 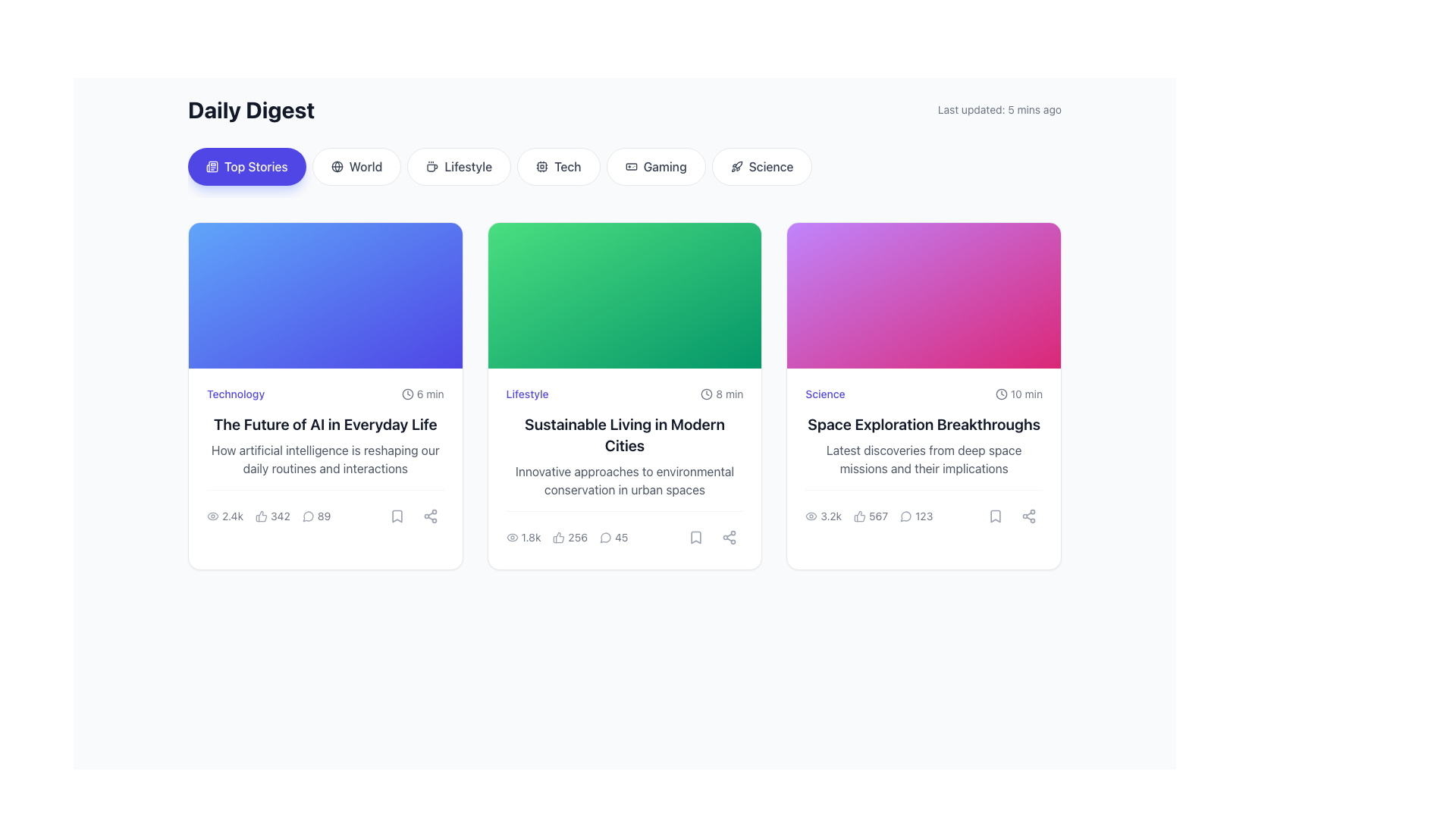 What do you see at coordinates (995, 516) in the screenshot?
I see `the bookmark icon button located in the lower-right corner of the last card in the second row of content cards` at bounding box center [995, 516].